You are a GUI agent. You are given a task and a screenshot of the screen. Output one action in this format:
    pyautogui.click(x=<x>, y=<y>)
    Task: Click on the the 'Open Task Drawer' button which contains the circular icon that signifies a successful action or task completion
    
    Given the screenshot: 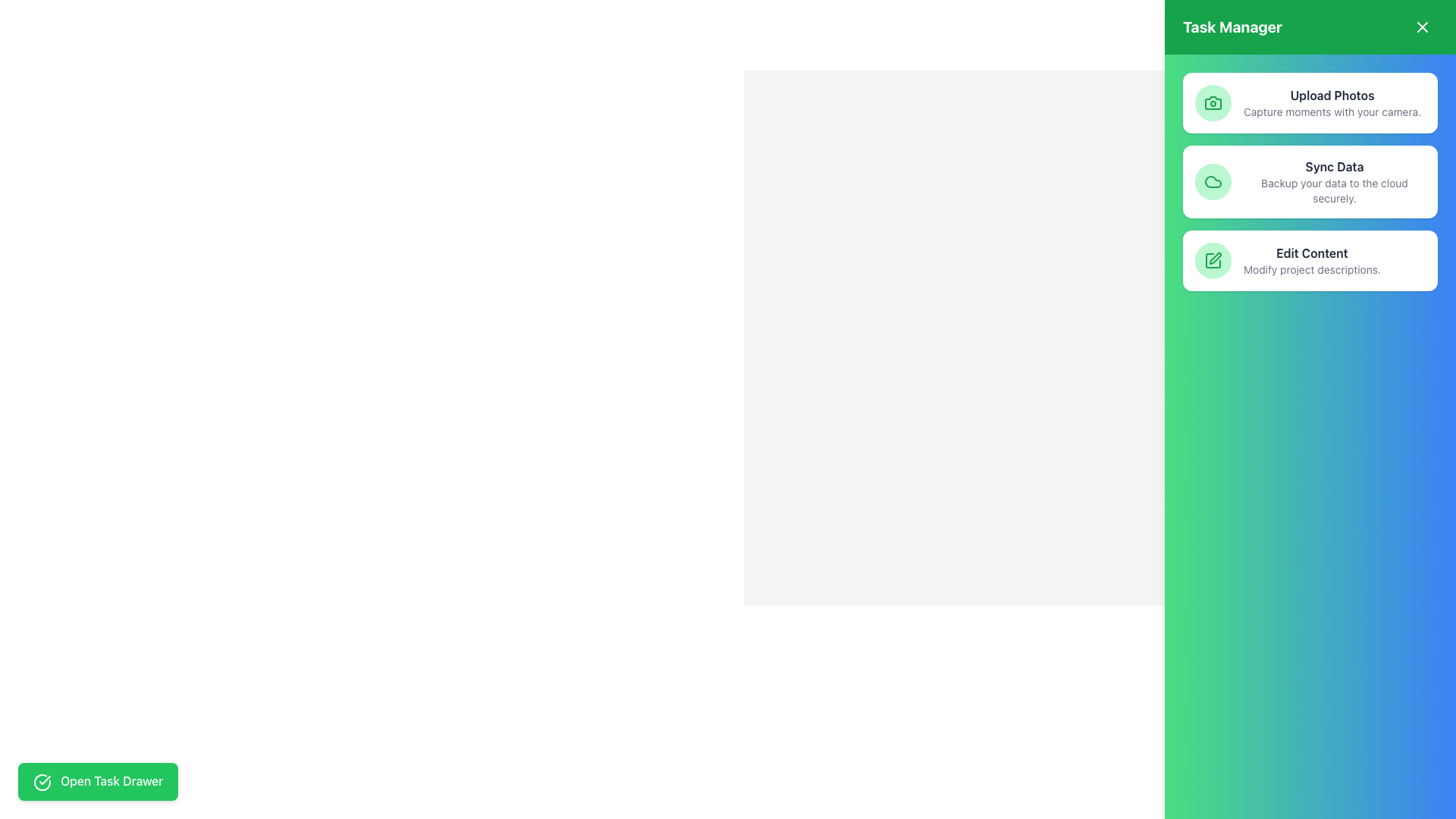 What is the action you would take?
    pyautogui.click(x=45, y=780)
    